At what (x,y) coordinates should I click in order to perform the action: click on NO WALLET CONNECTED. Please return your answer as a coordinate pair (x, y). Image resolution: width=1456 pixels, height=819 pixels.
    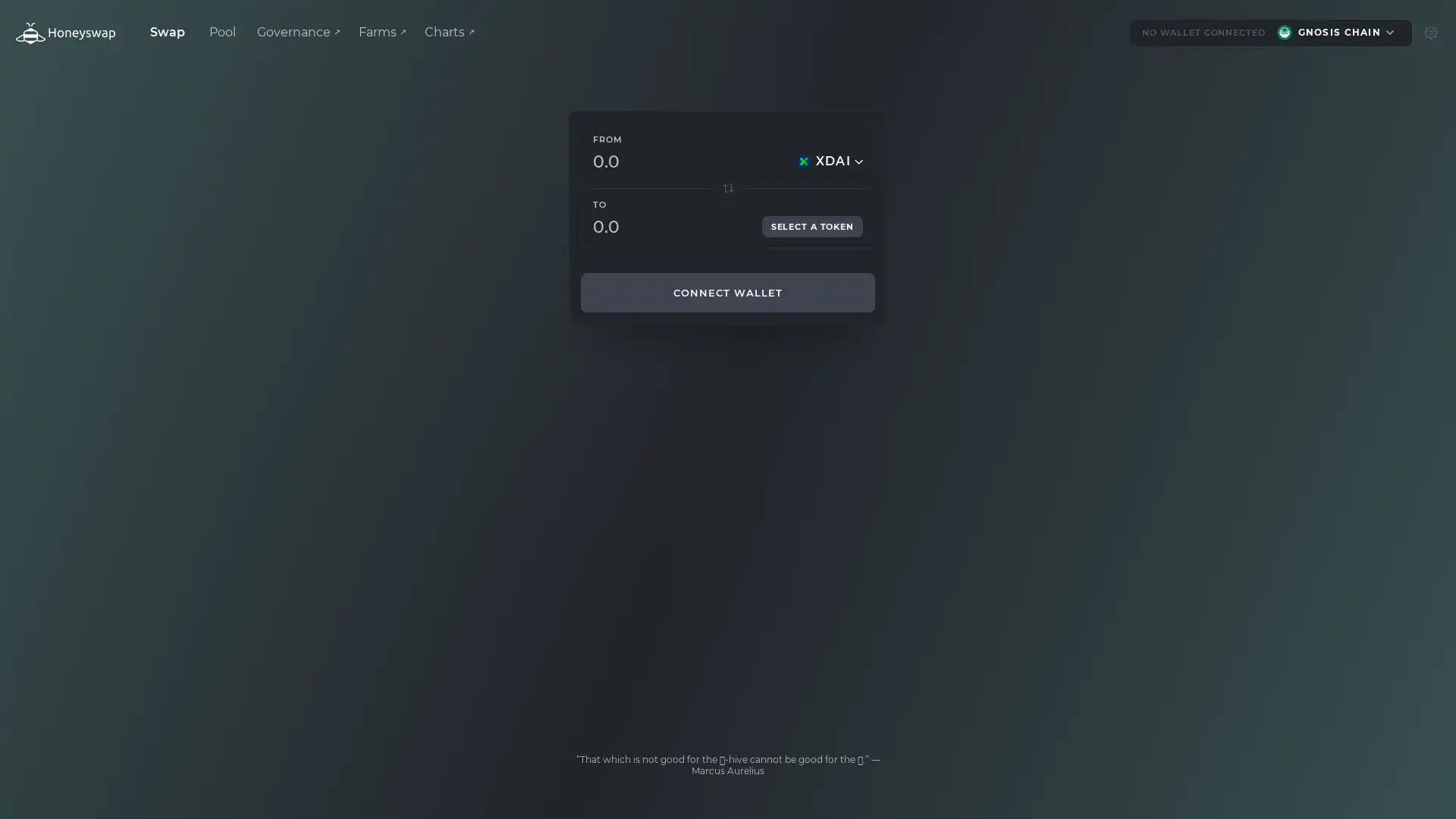
    Looking at the image, I should click on (1197, 32).